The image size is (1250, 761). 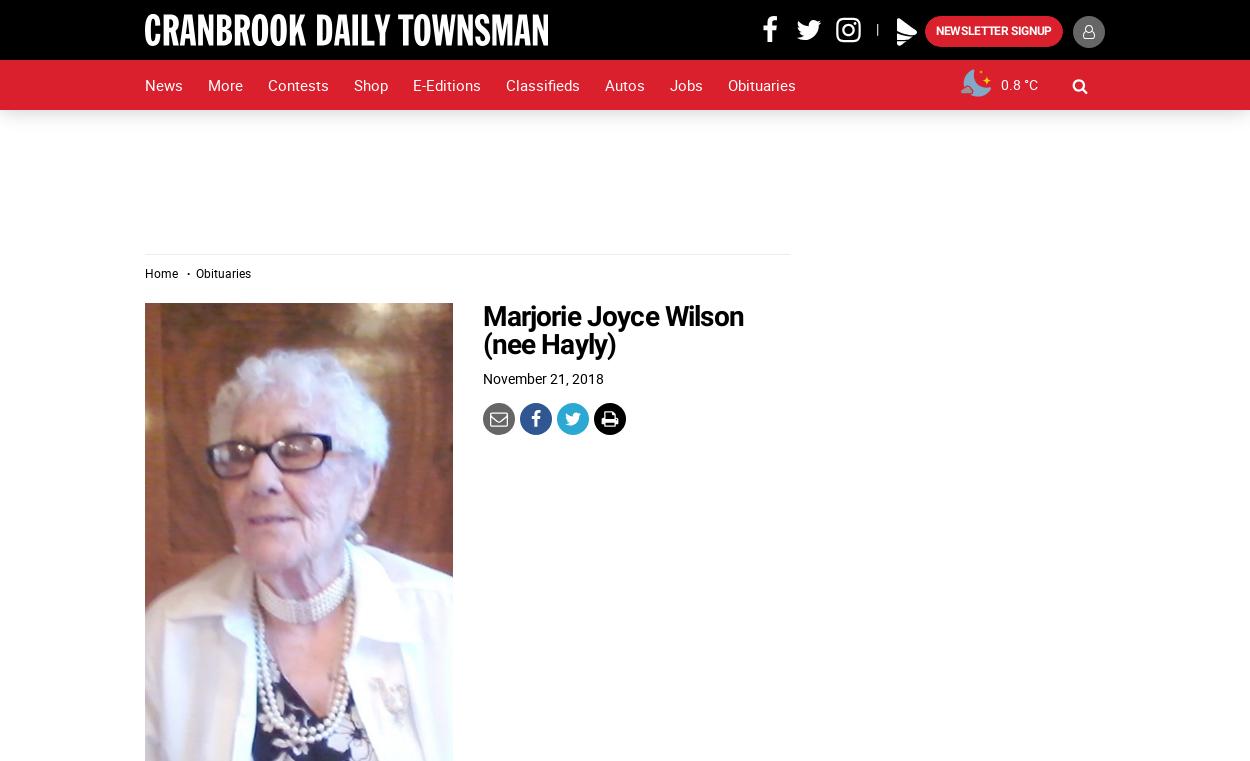 What do you see at coordinates (1019, 84) in the screenshot?
I see `'0.8 °C'` at bounding box center [1019, 84].